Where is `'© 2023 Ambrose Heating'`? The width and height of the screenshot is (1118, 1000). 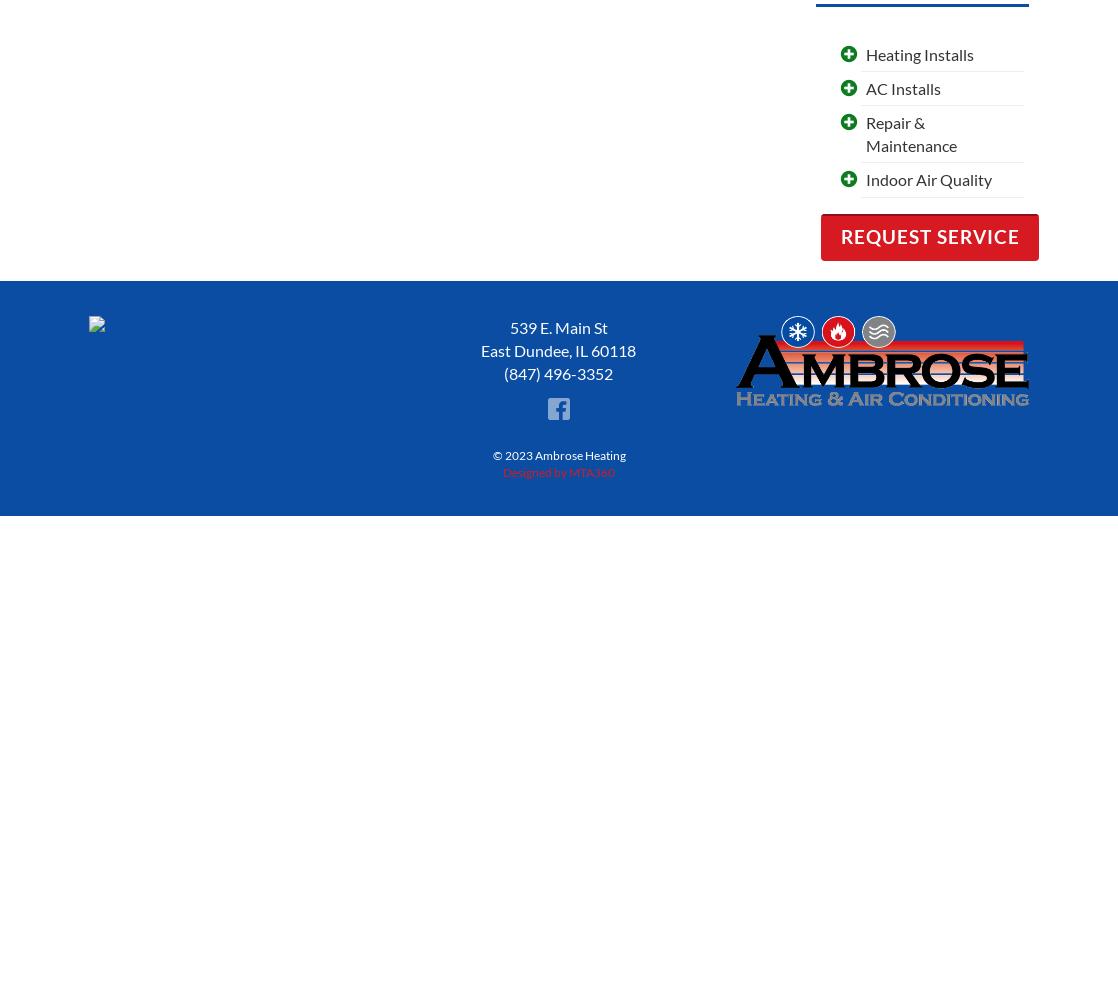
'© 2023 Ambrose Heating' is located at coordinates (557, 453).